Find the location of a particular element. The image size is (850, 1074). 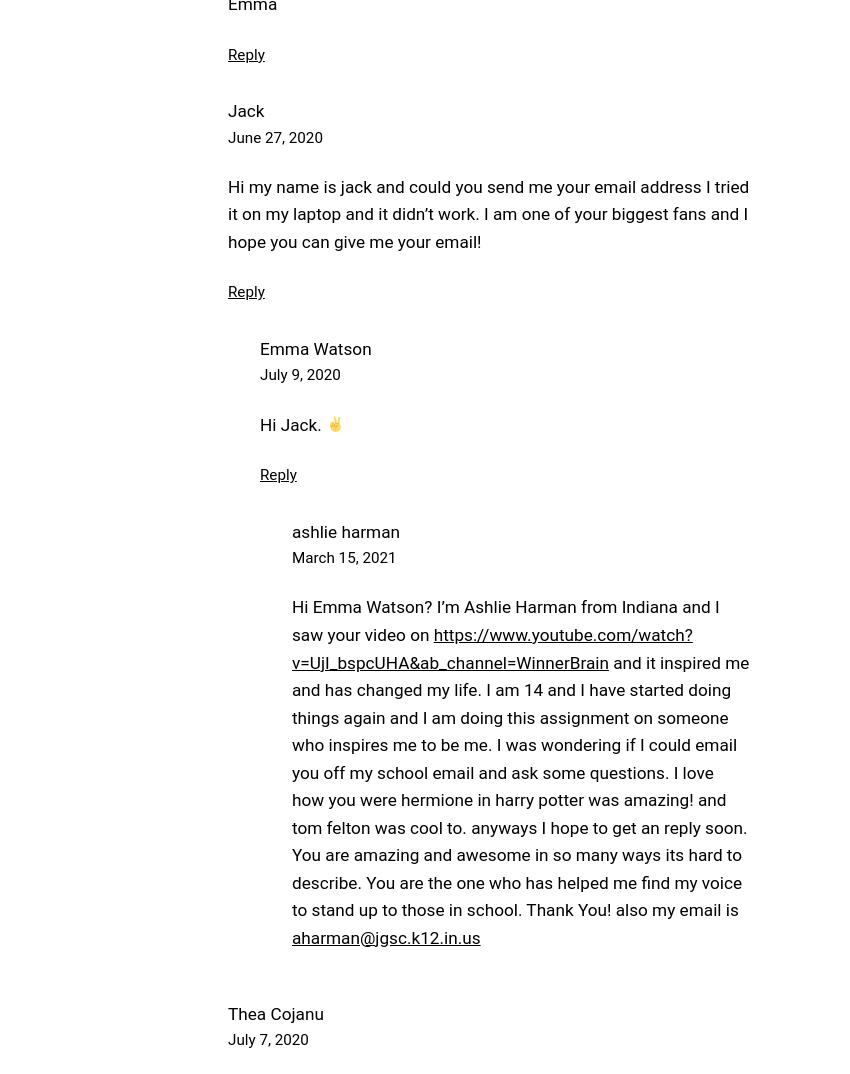

'aharman@jgsc.k12.in.us' is located at coordinates (385, 936).